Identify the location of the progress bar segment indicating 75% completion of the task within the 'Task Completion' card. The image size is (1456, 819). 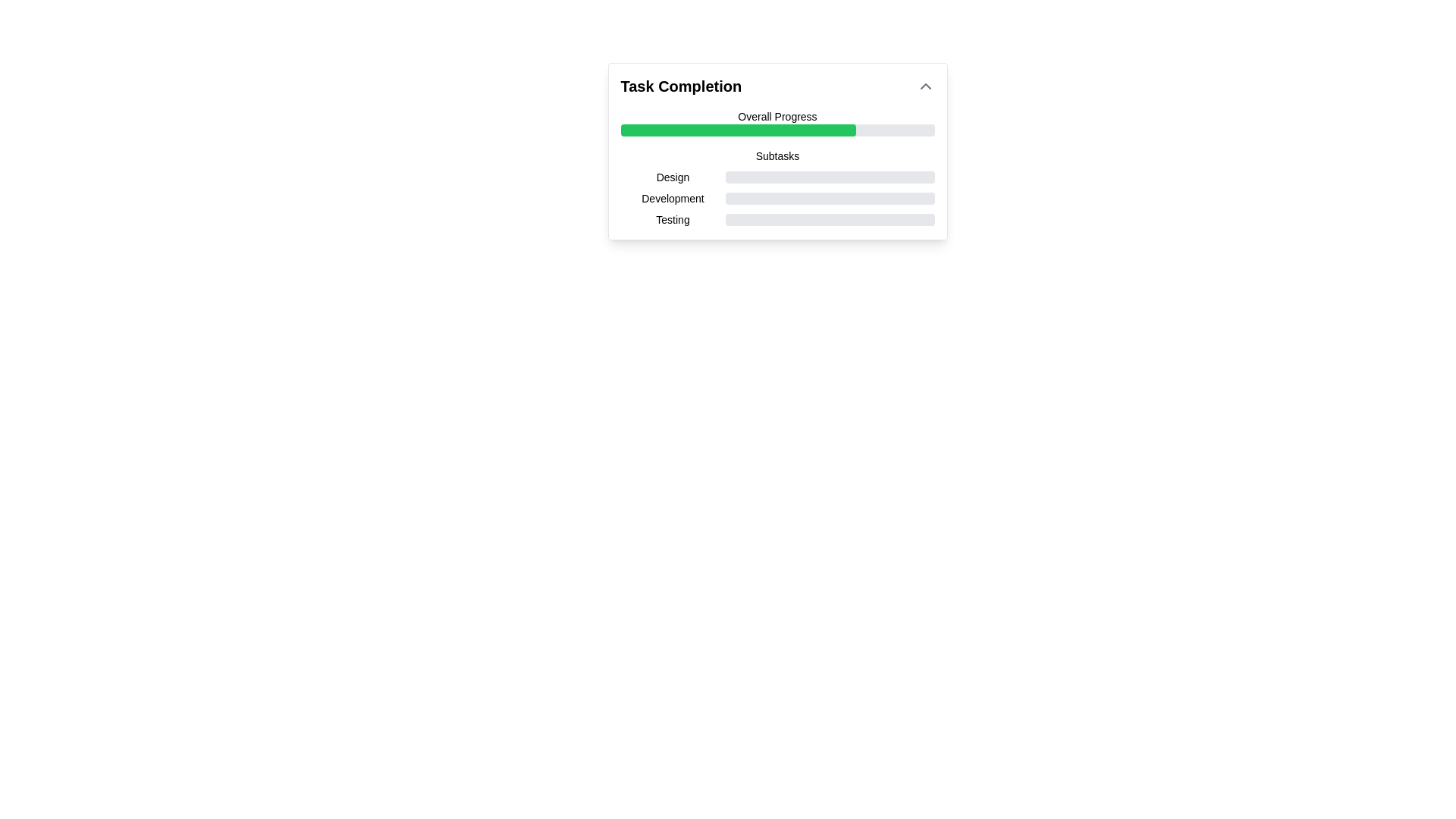
(738, 130).